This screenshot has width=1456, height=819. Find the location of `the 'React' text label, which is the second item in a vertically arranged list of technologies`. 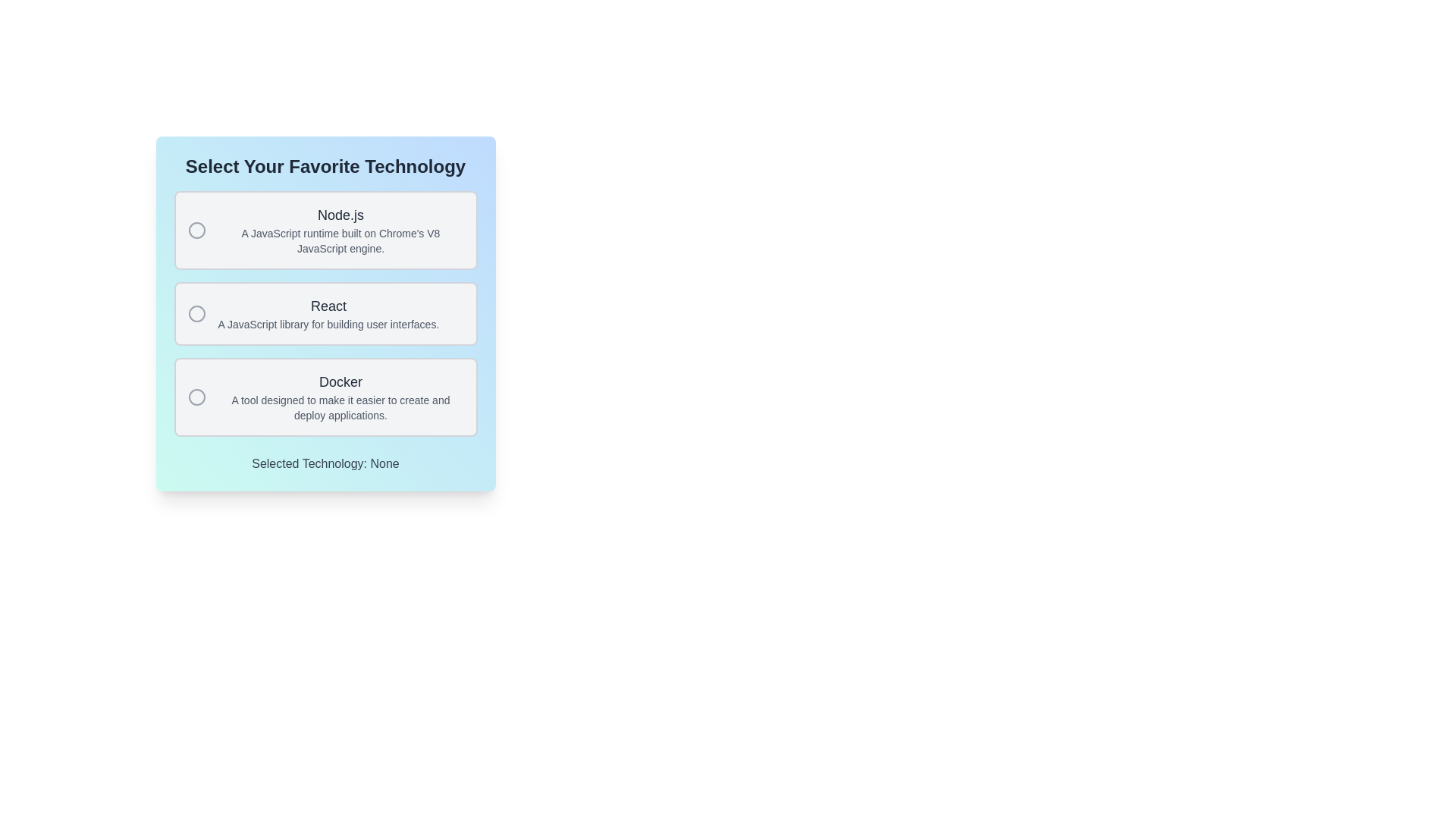

the 'React' text label, which is the second item in a vertically arranged list of technologies is located at coordinates (328, 312).